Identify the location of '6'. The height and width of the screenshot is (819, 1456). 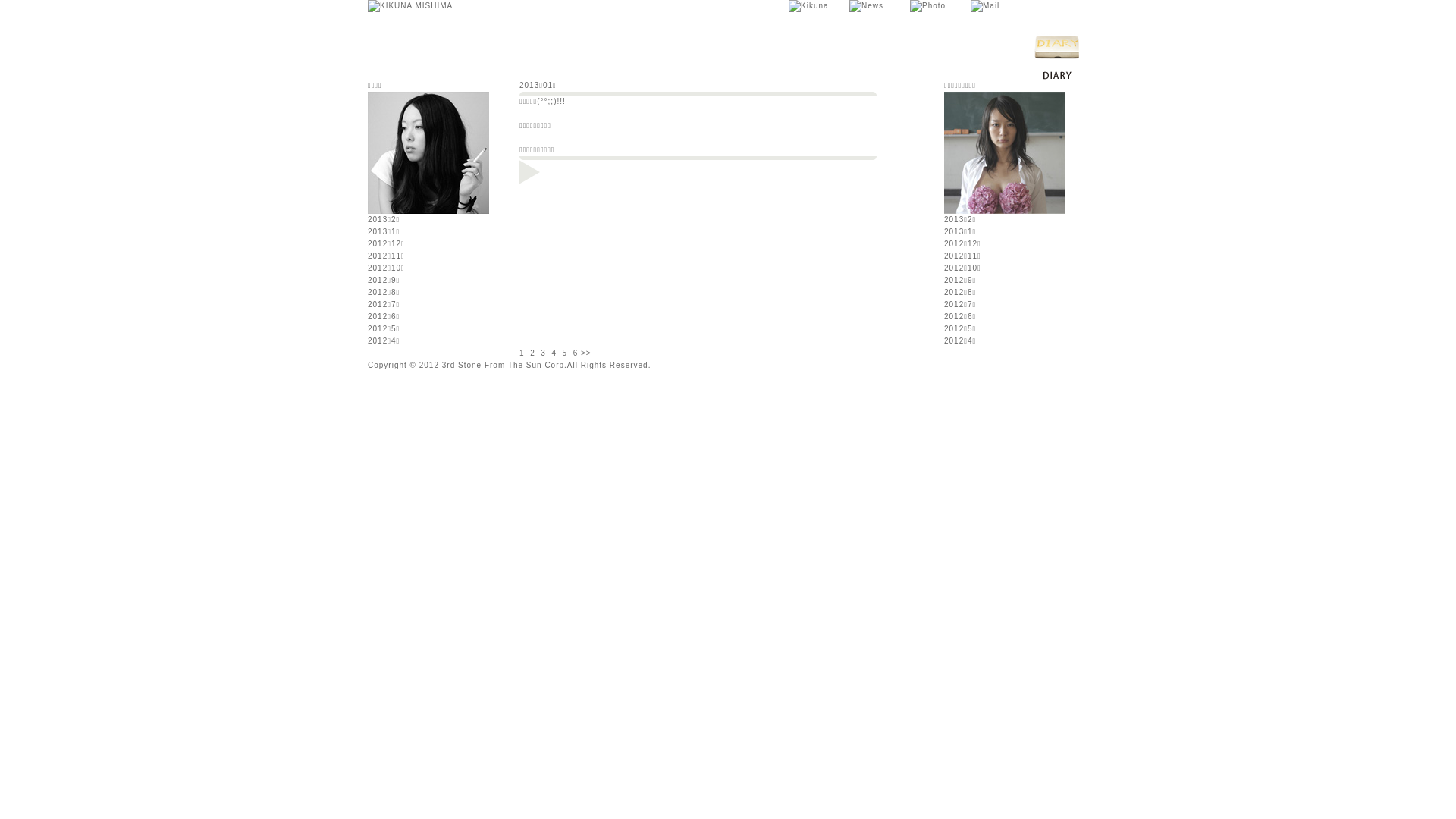
(575, 353).